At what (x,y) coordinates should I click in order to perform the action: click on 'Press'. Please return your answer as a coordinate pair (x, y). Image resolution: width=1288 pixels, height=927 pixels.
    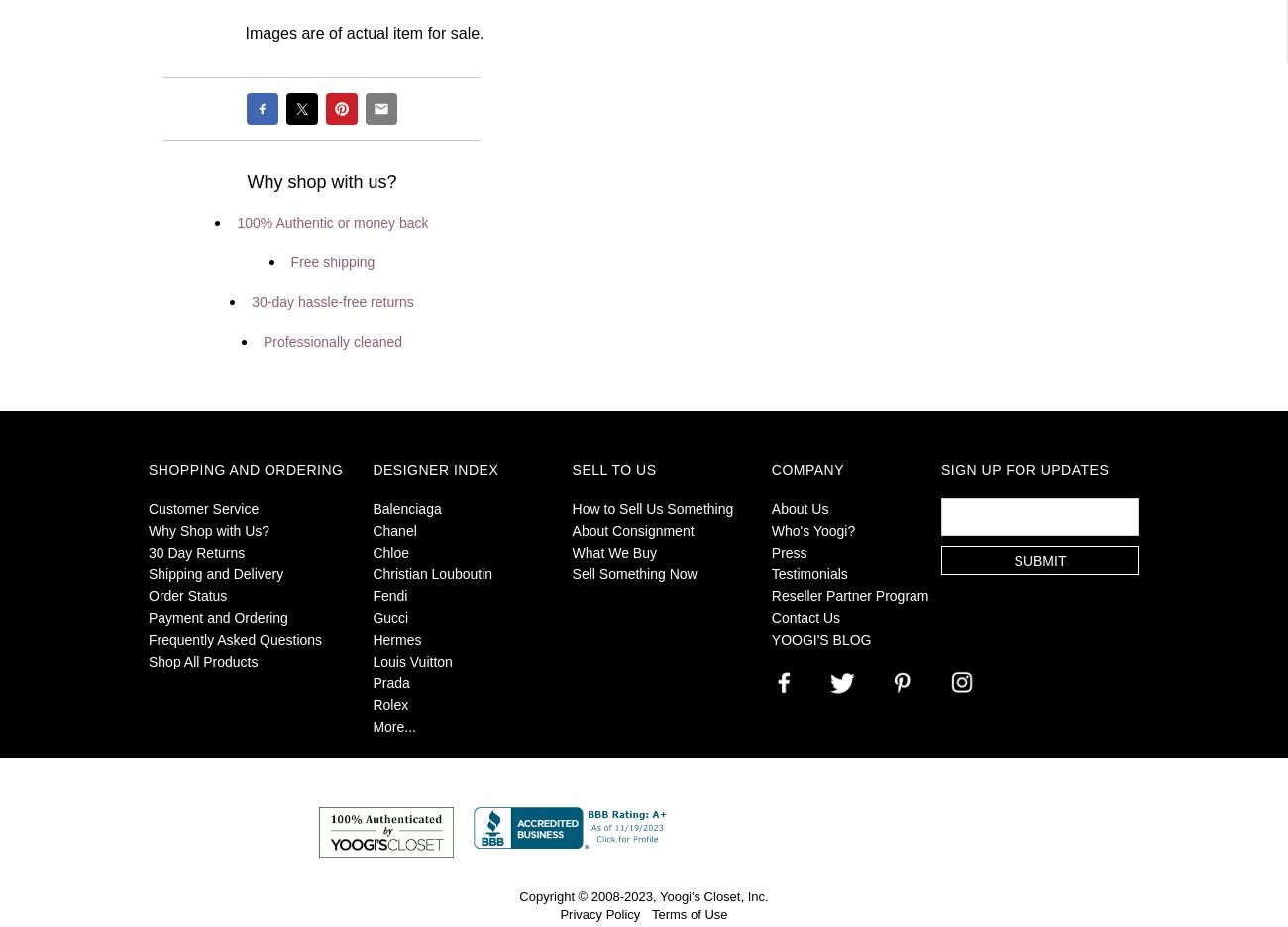
    Looking at the image, I should click on (787, 552).